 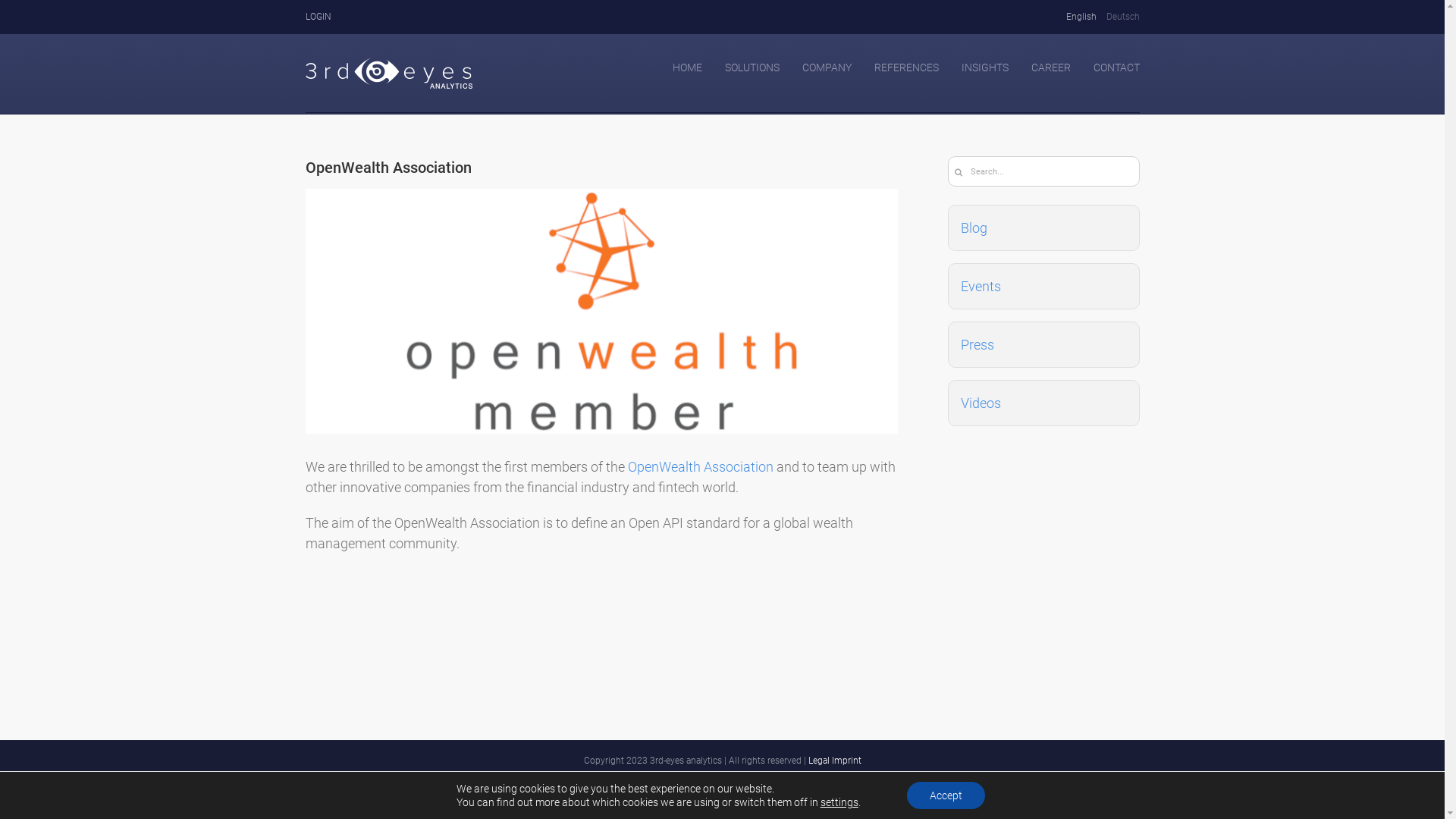 What do you see at coordinates (833, 760) in the screenshot?
I see `'Legal Imprint'` at bounding box center [833, 760].